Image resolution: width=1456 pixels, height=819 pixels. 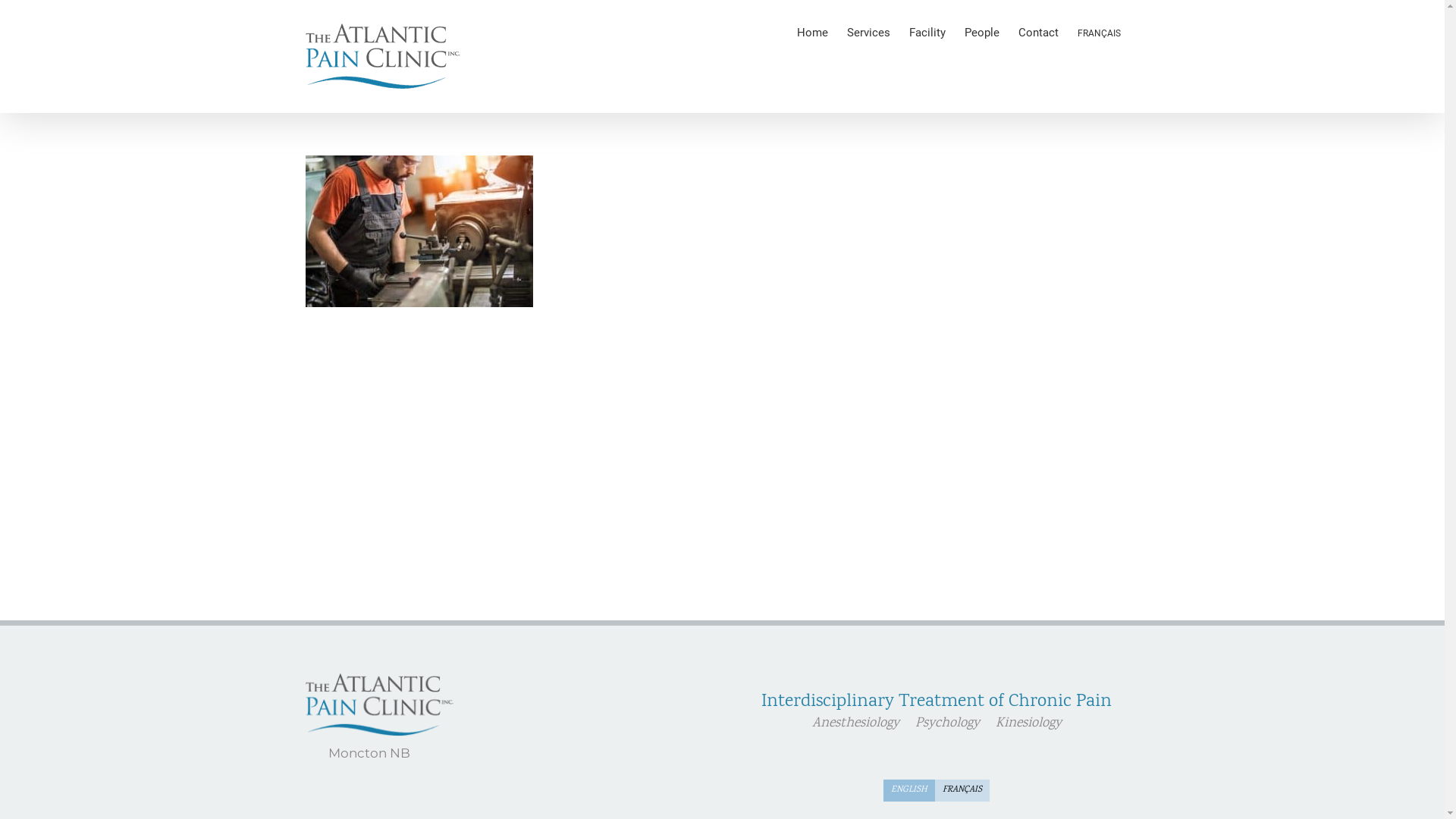 What do you see at coordinates (795, 32) in the screenshot?
I see `'Home'` at bounding box center [795, 32].